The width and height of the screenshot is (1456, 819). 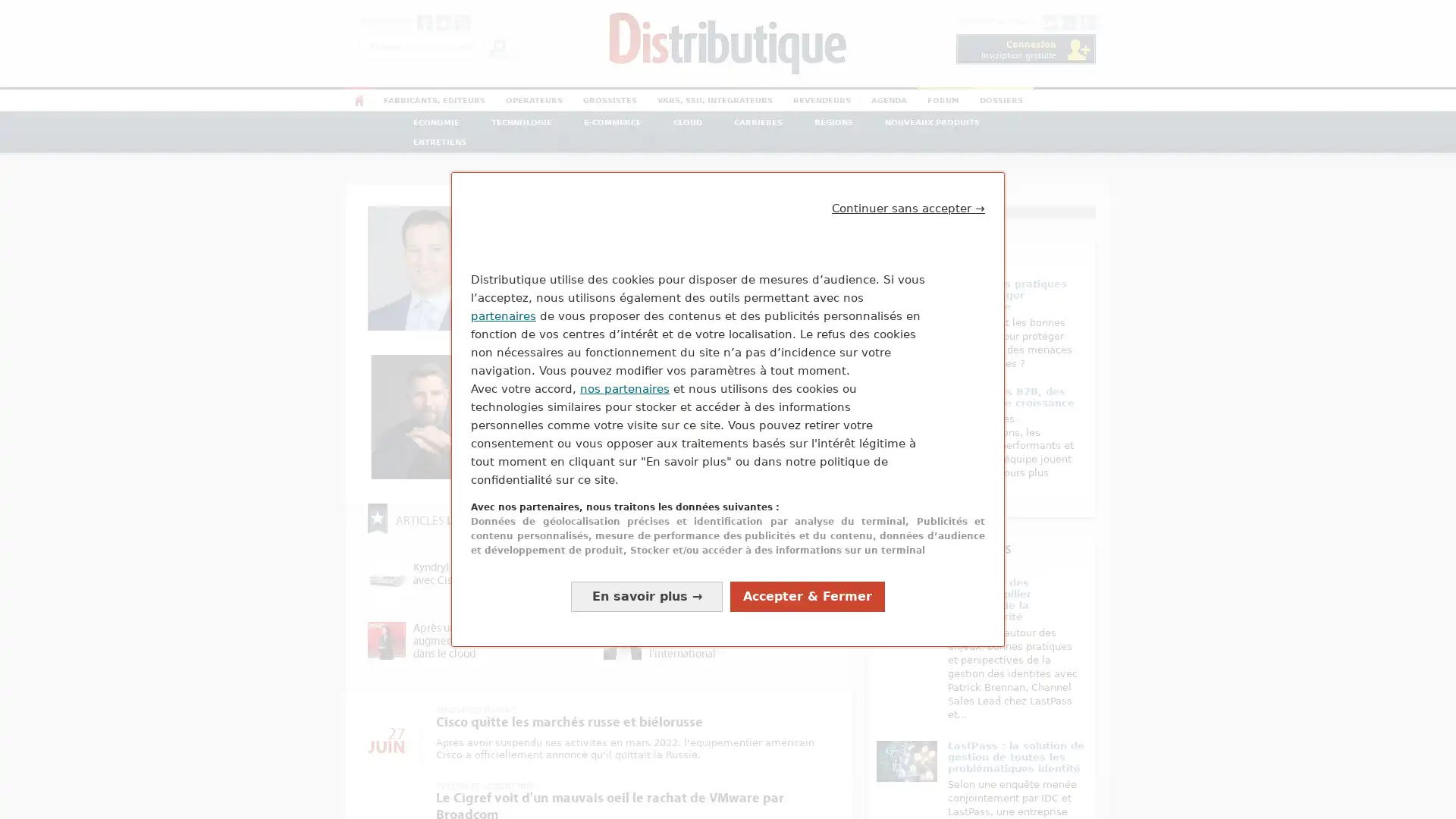 What do you see at coordinates (807, 617) in the screenshot?
I see `Accepter notre traitement des donnees et fermer` at bounding box center [807, 617].